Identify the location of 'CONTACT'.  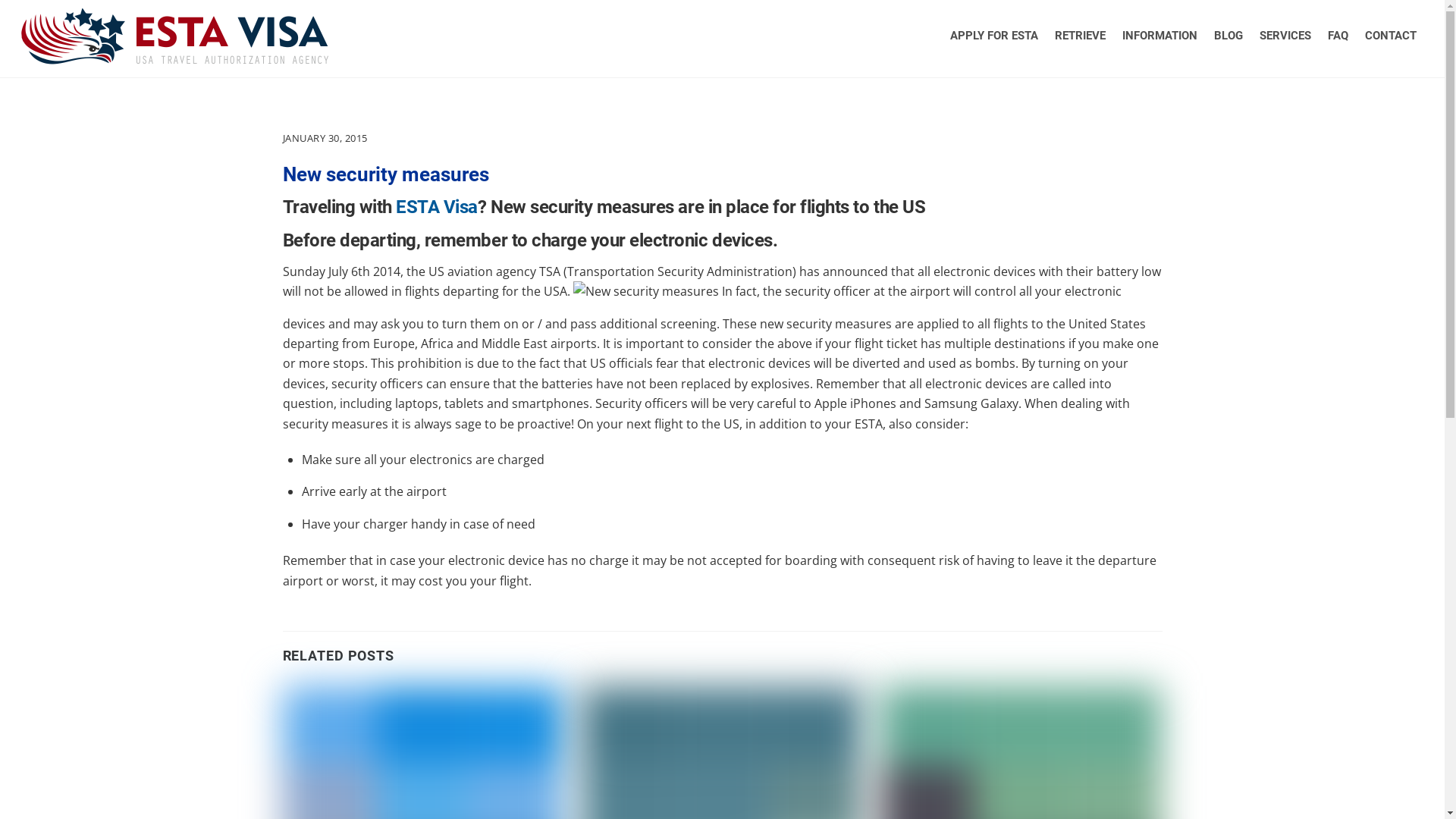
(1357, 34).